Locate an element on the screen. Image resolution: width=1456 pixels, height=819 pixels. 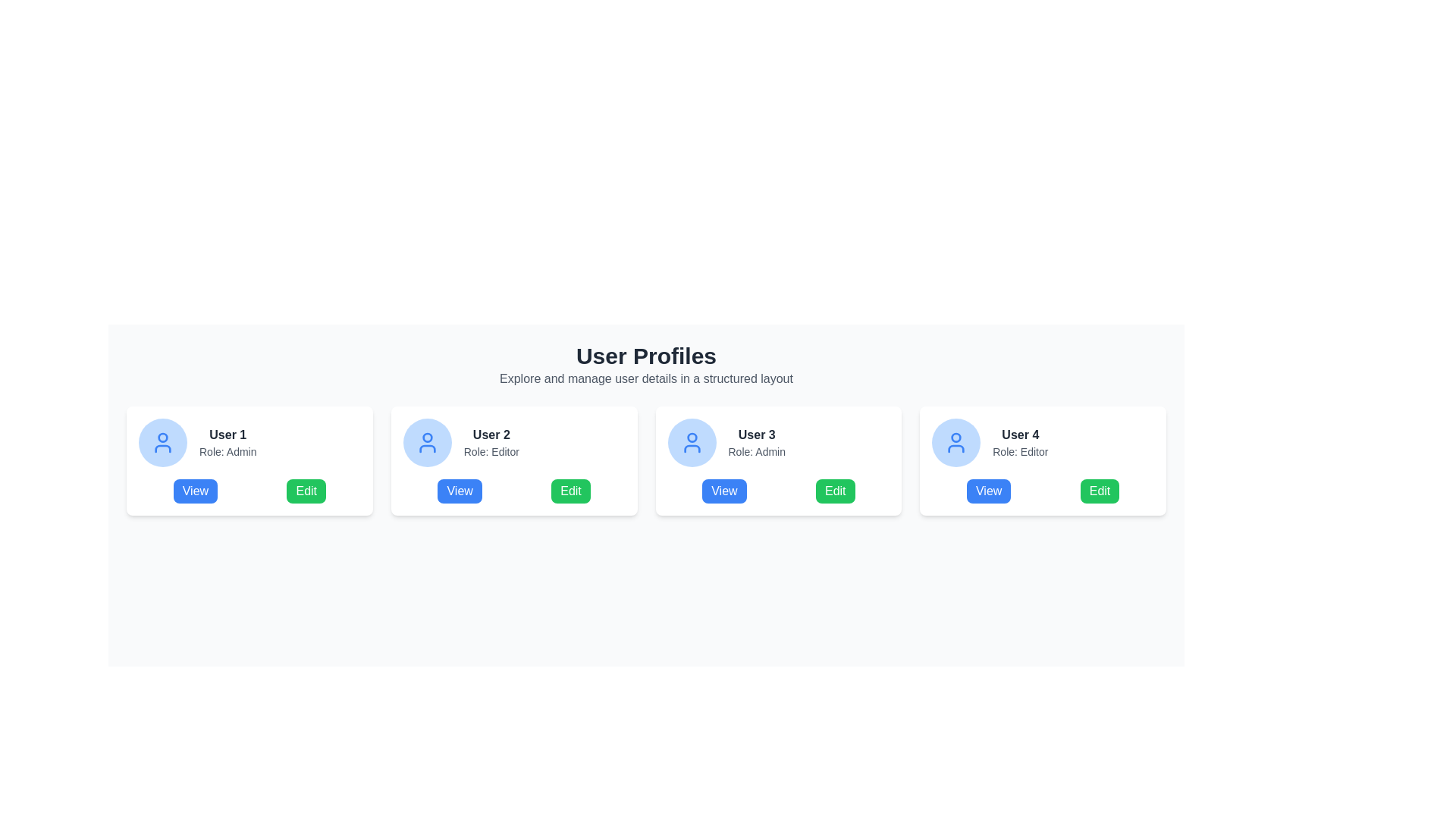
the 'Edit' button located to the right of the 'View' button in the bottom section of the UI card labeled 'User 1' to initiate an edit action is located at coordinates (306, 491).